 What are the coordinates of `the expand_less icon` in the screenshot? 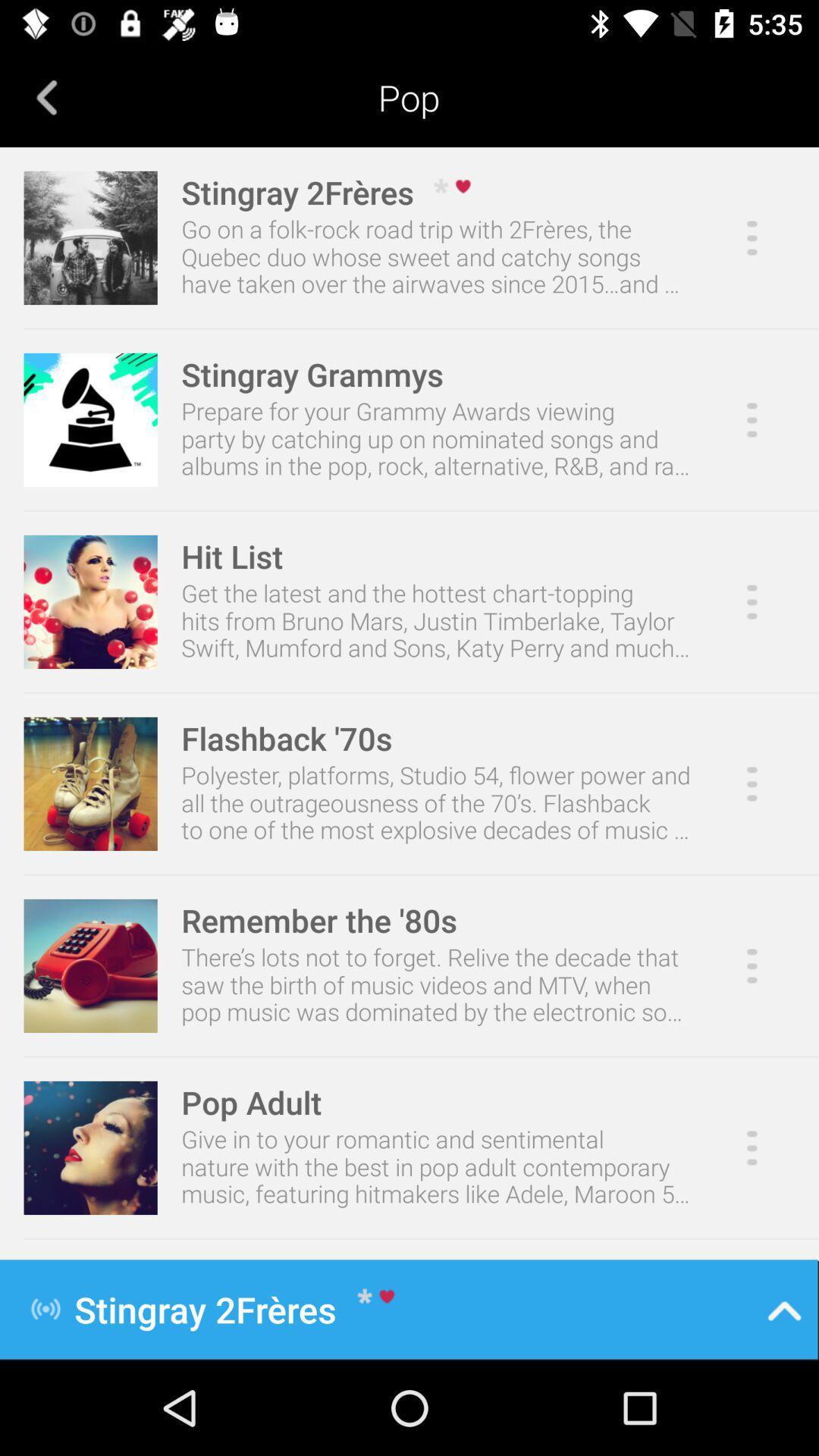 It's located at (784, 1308).